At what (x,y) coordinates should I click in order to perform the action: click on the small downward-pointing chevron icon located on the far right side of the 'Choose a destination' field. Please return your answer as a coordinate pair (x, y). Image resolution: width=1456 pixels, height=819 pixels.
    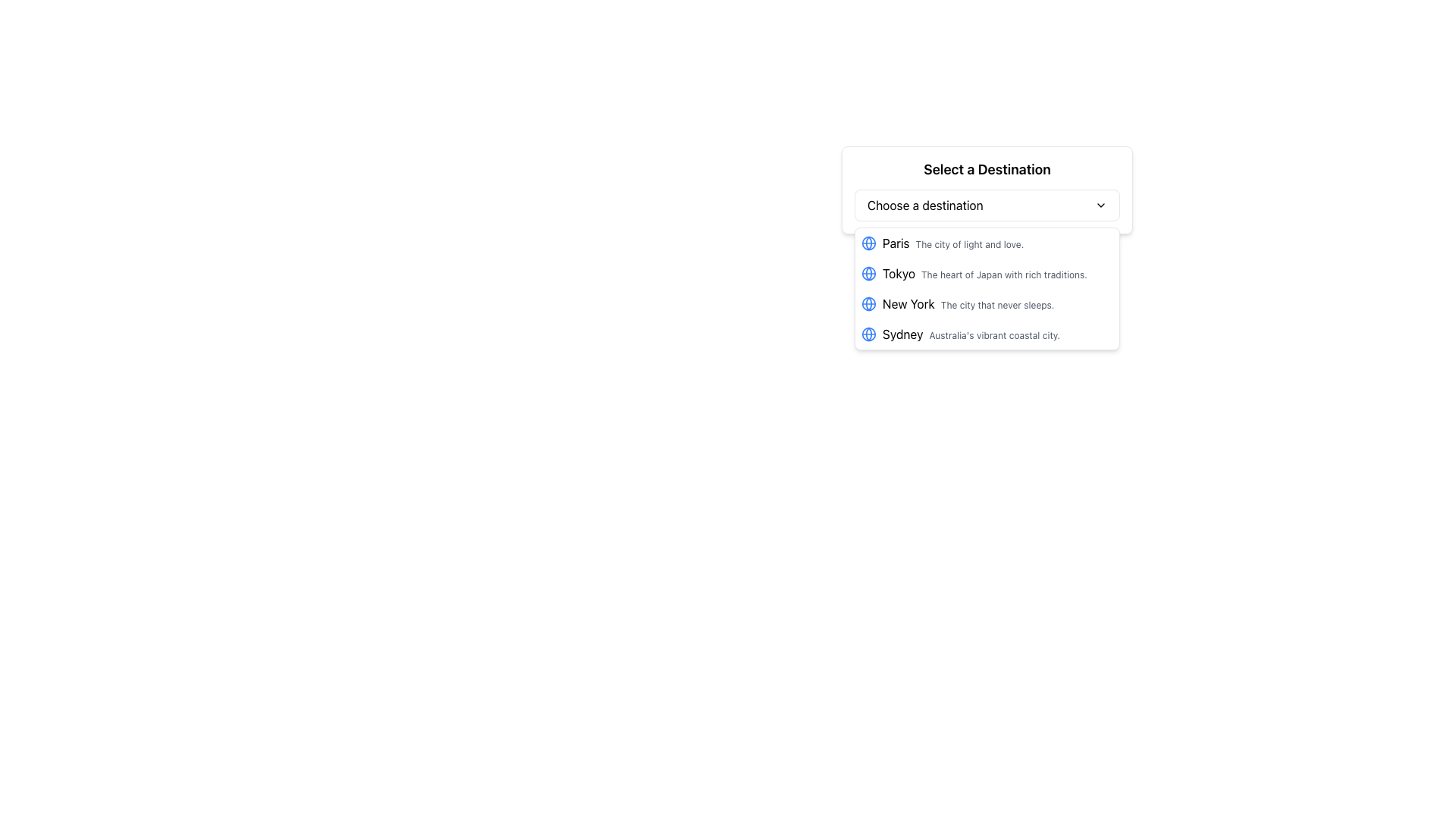
    Looking at the image, I should click on (1100, 205).